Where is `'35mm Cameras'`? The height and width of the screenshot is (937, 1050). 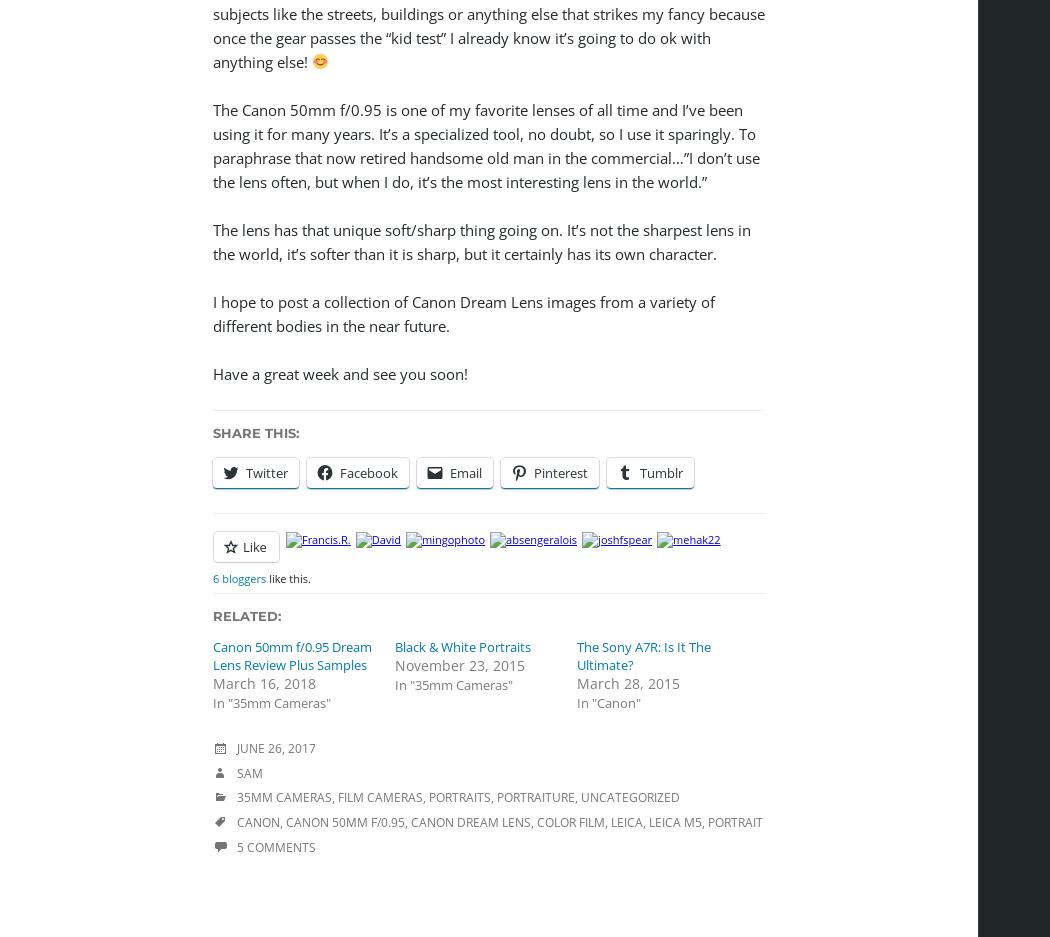 '35mm Cameras' is located at coordinates (236, 796).